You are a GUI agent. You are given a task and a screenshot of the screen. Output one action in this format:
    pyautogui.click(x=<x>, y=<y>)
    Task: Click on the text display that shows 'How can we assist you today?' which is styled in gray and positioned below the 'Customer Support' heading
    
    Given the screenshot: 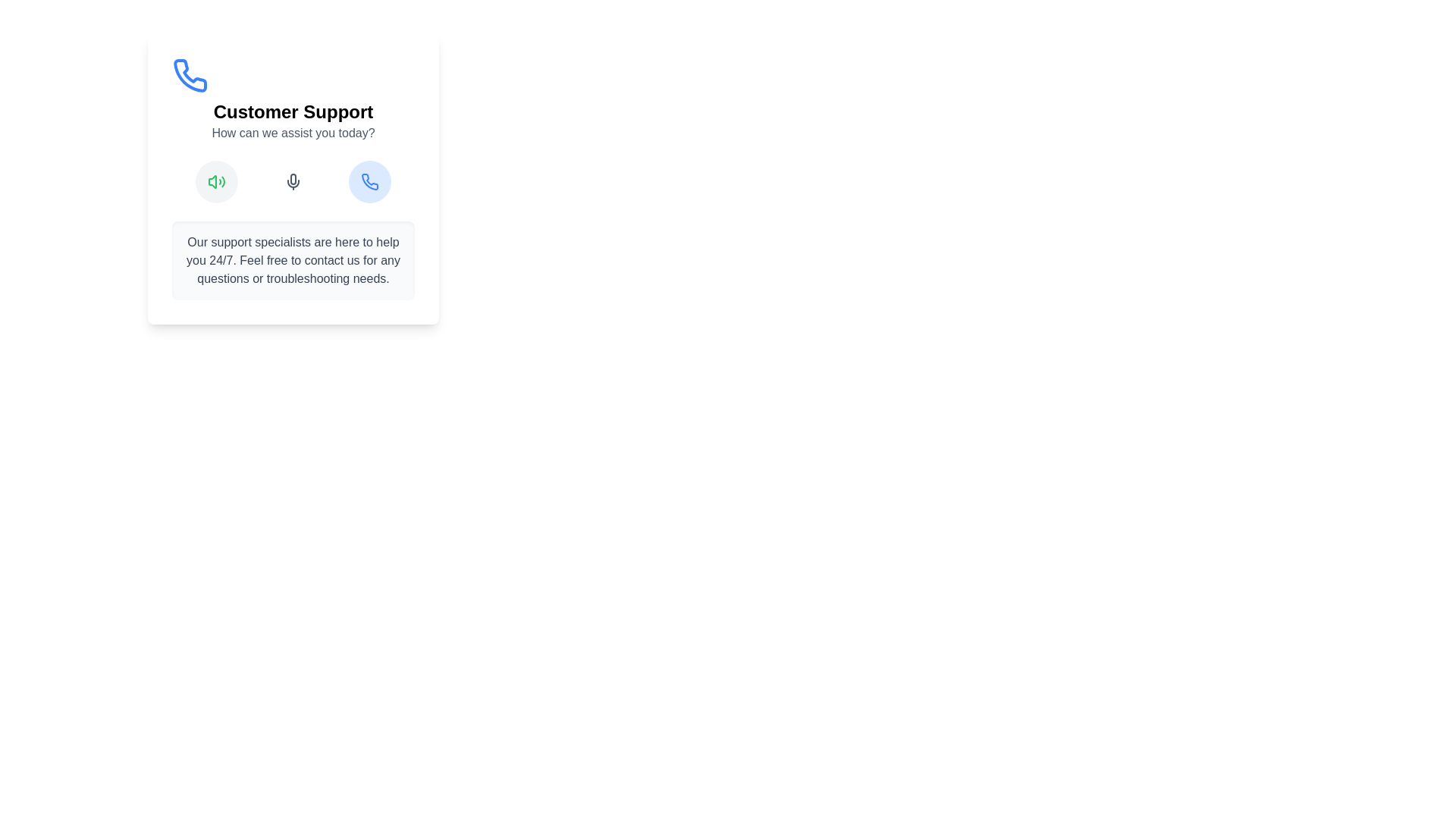 What is the action you would take?
    pyautogui.click(x=293, y=133)
    